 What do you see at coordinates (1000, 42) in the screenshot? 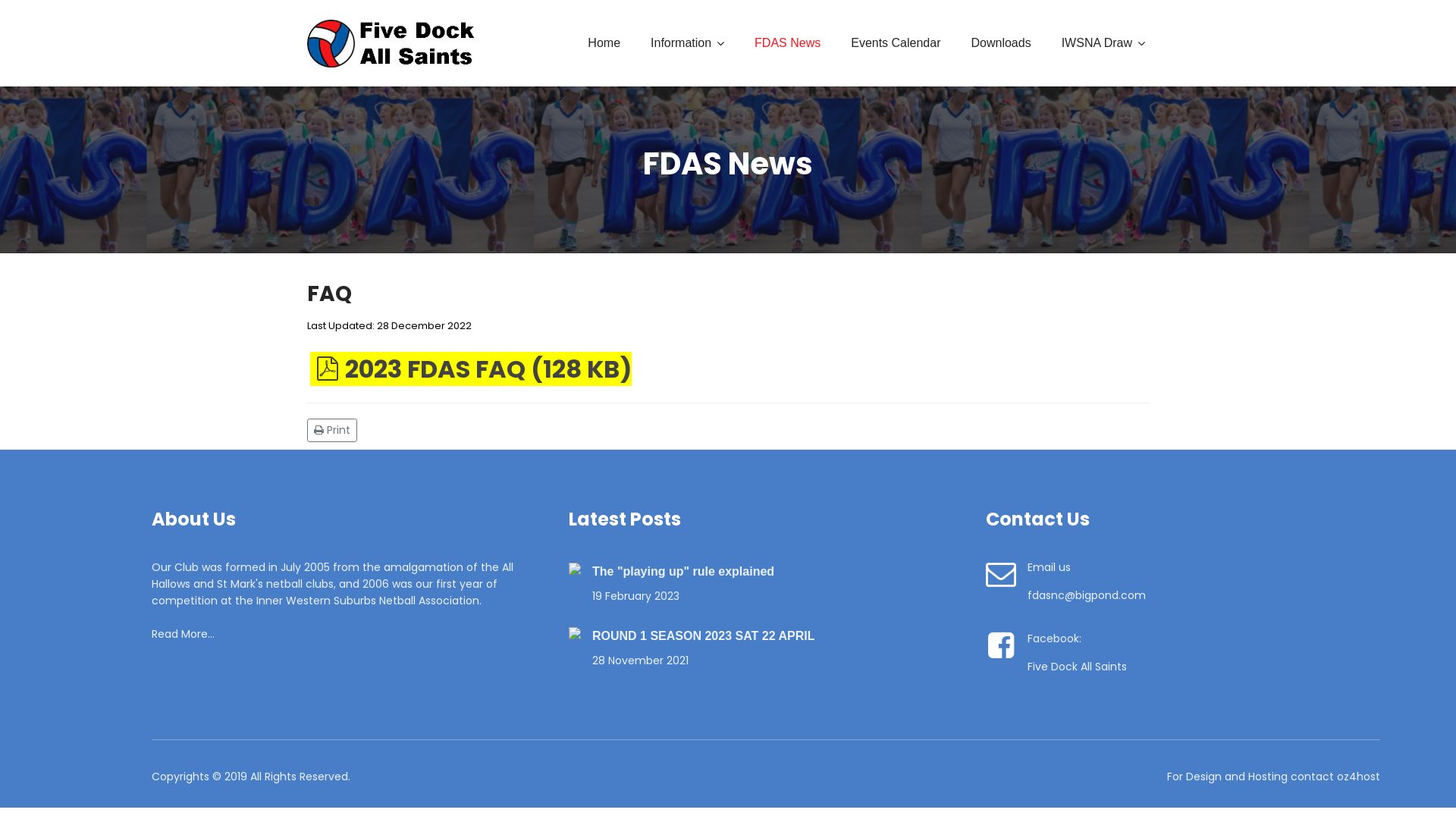
I see `'Downloads'` at bounding box center [1000, 42].